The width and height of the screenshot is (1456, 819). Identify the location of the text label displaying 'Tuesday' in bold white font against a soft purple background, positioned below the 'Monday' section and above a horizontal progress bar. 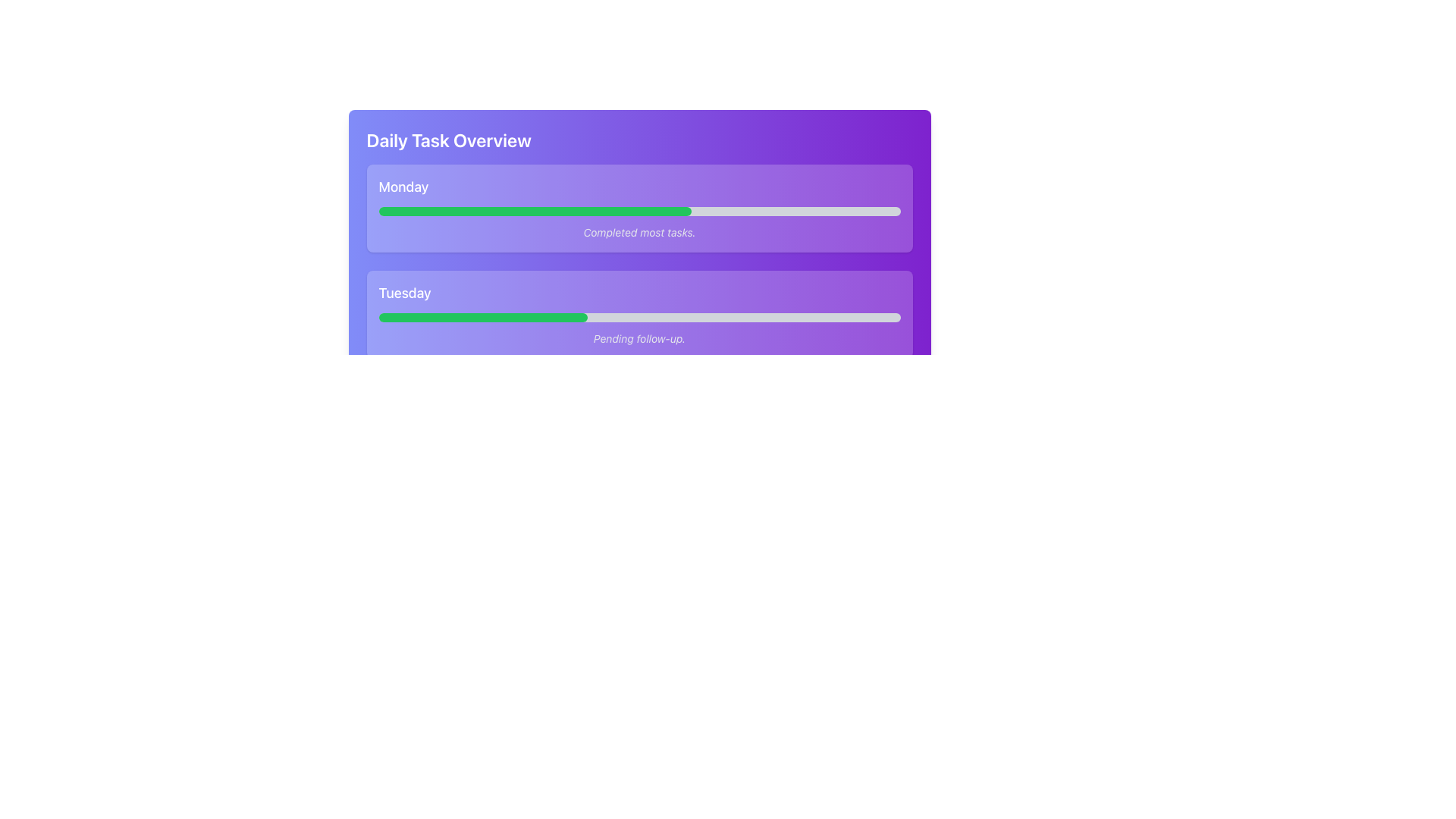
(405, 293).